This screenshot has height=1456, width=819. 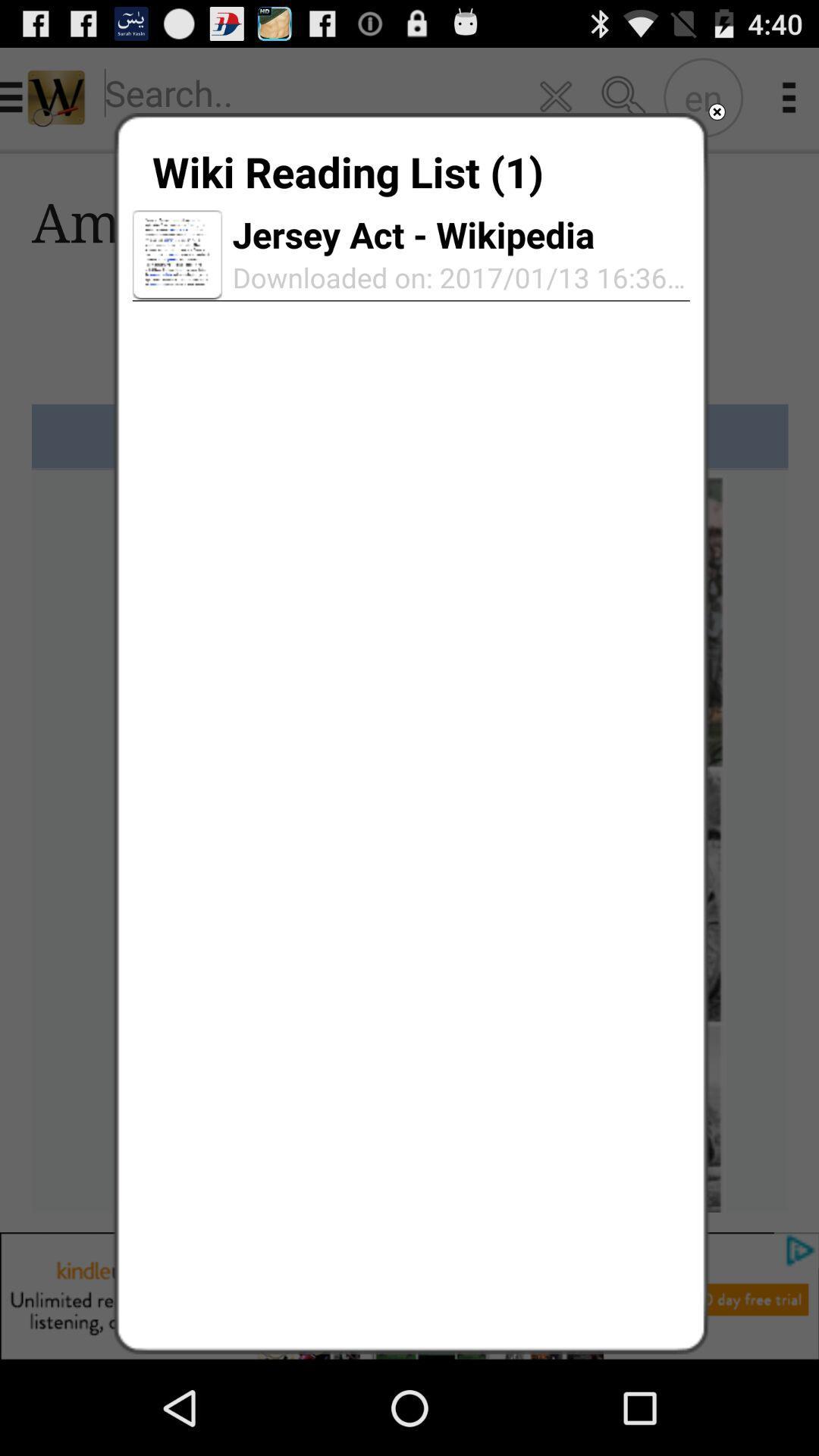 I want to click on the item at the top left corner, so click(x=177, y=255).